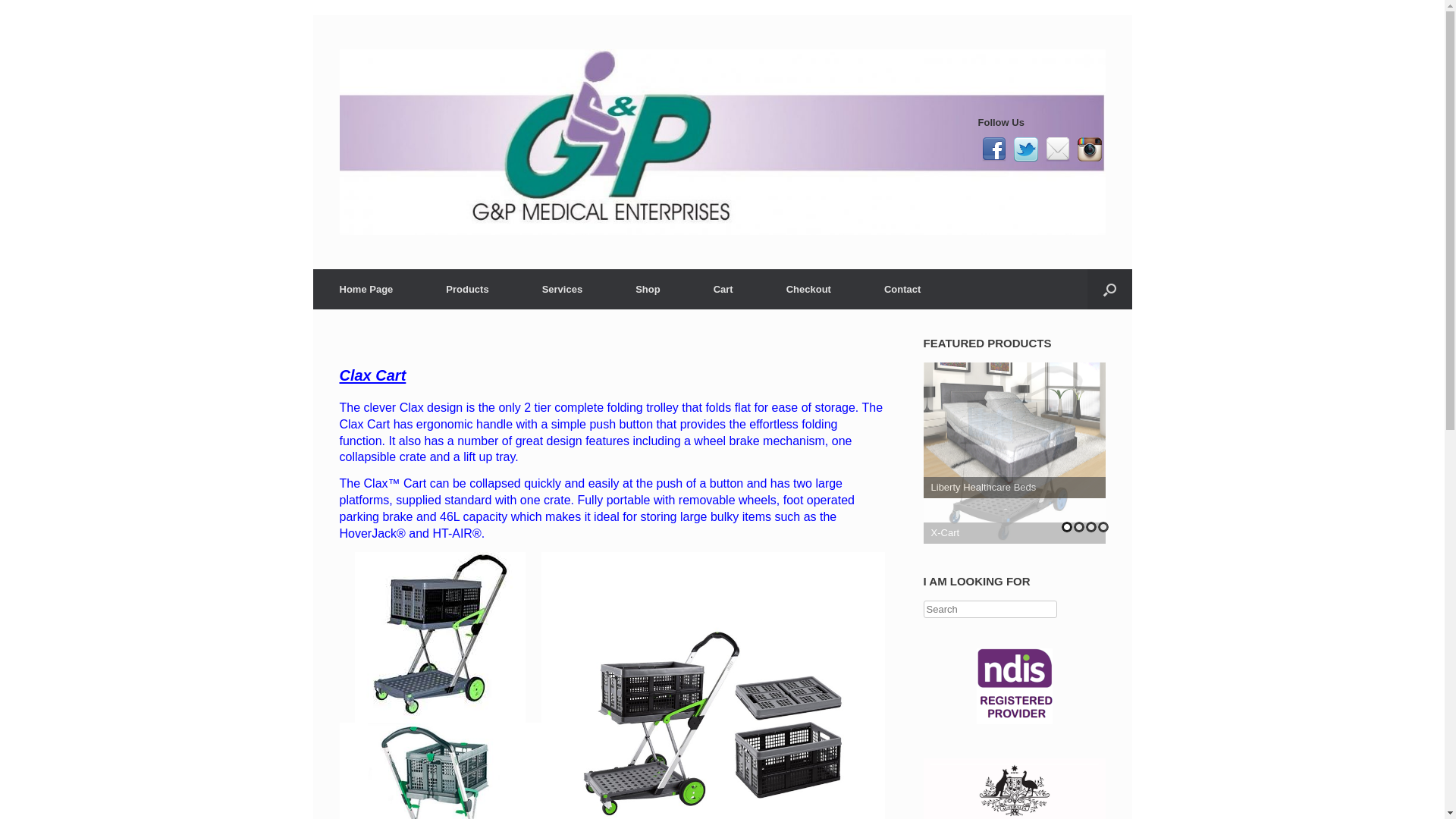 The image size is (1456, 819). What do you see at coordinates (902, 289) in the screenshot?
I see `'Contact'` at bounding box center [902, 289].